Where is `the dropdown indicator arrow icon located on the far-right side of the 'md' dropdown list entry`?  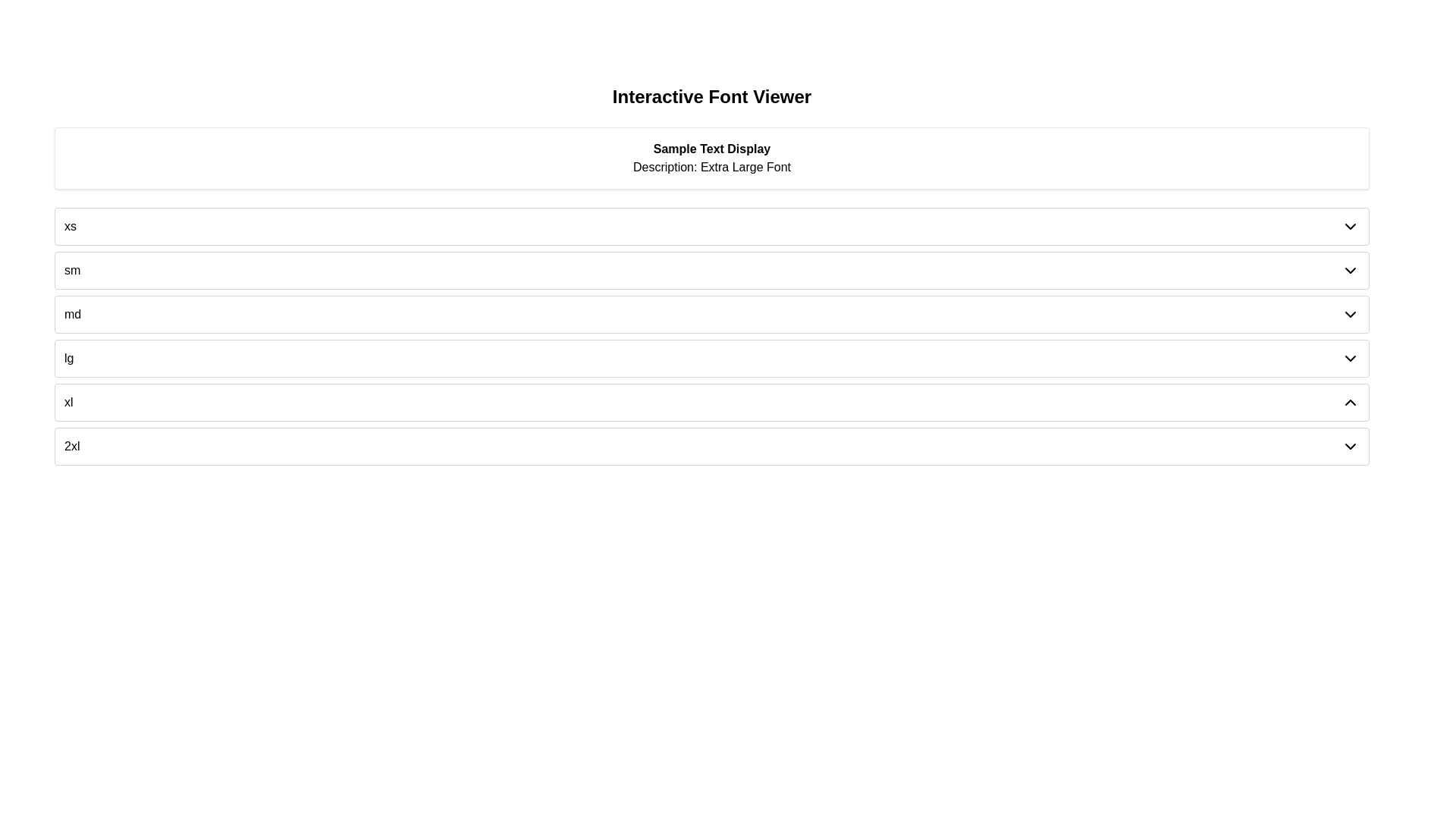 the dropdown indicator arrow icon located on the far-right side of the 'md' dropdown list entry is located at coordinates (1350, 314).